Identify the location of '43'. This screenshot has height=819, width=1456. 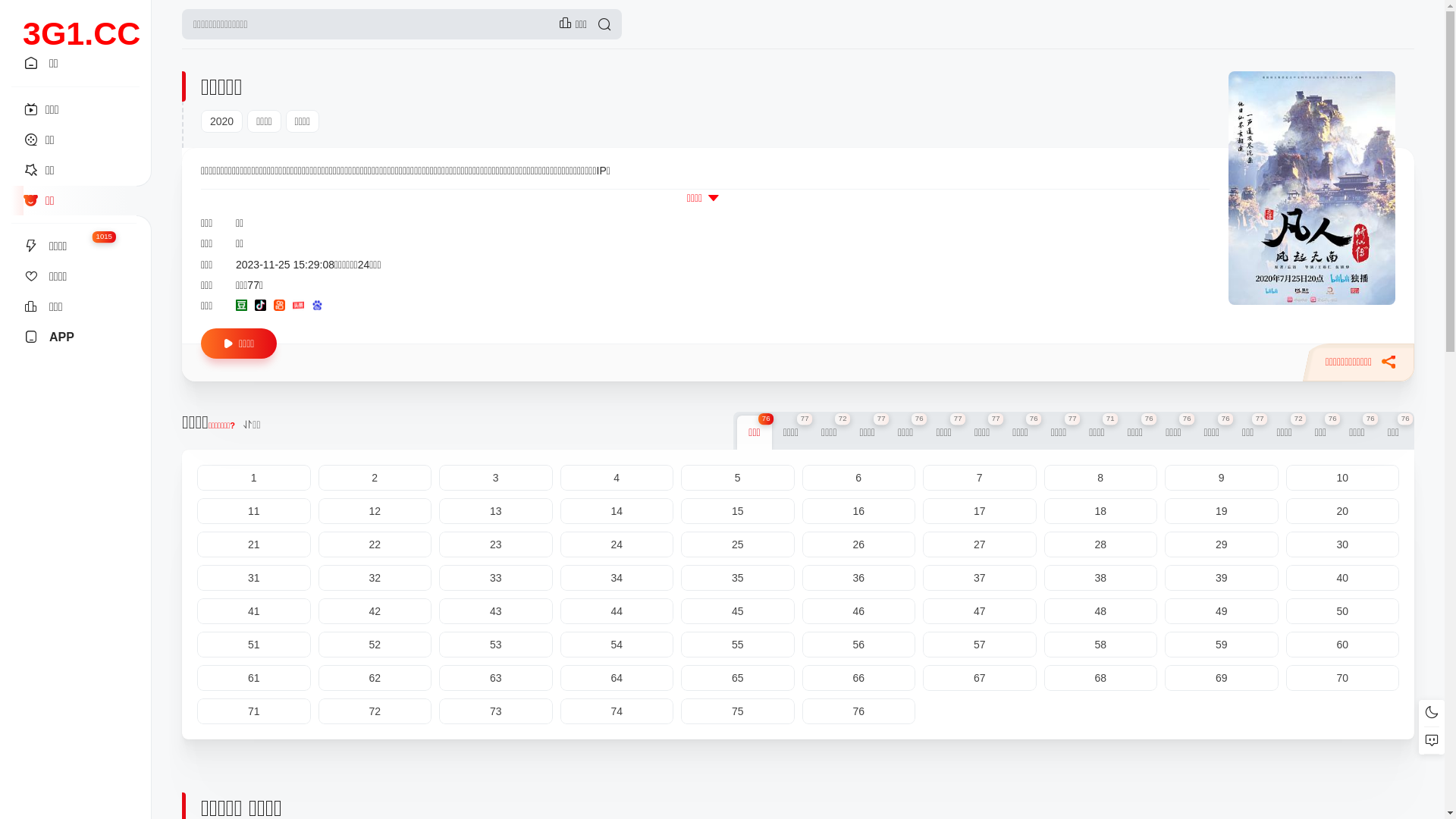
(438, 610).